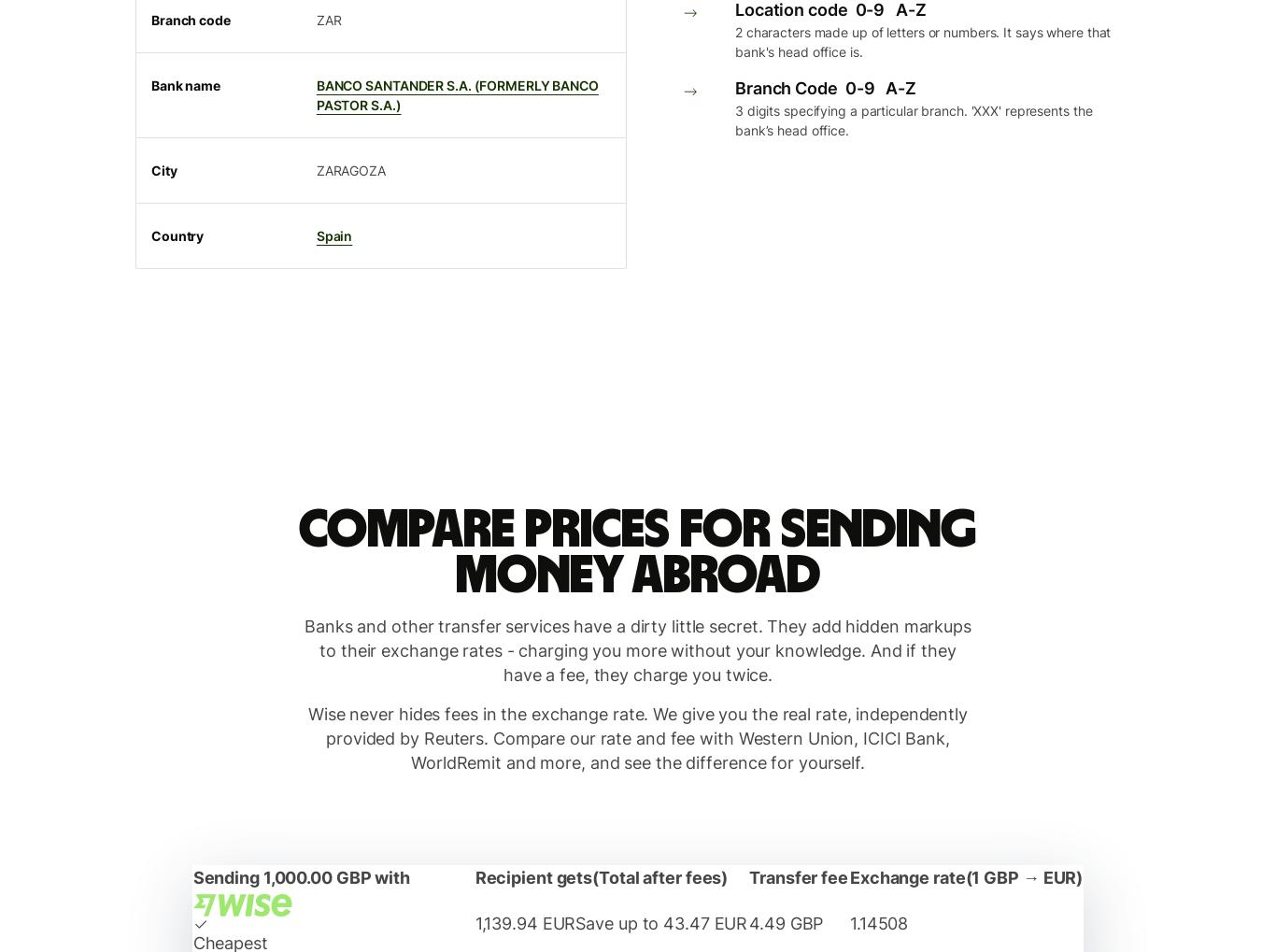 The image size is (1276, 952). I want to click on 'Compare exchange rates', so click(725, 126).